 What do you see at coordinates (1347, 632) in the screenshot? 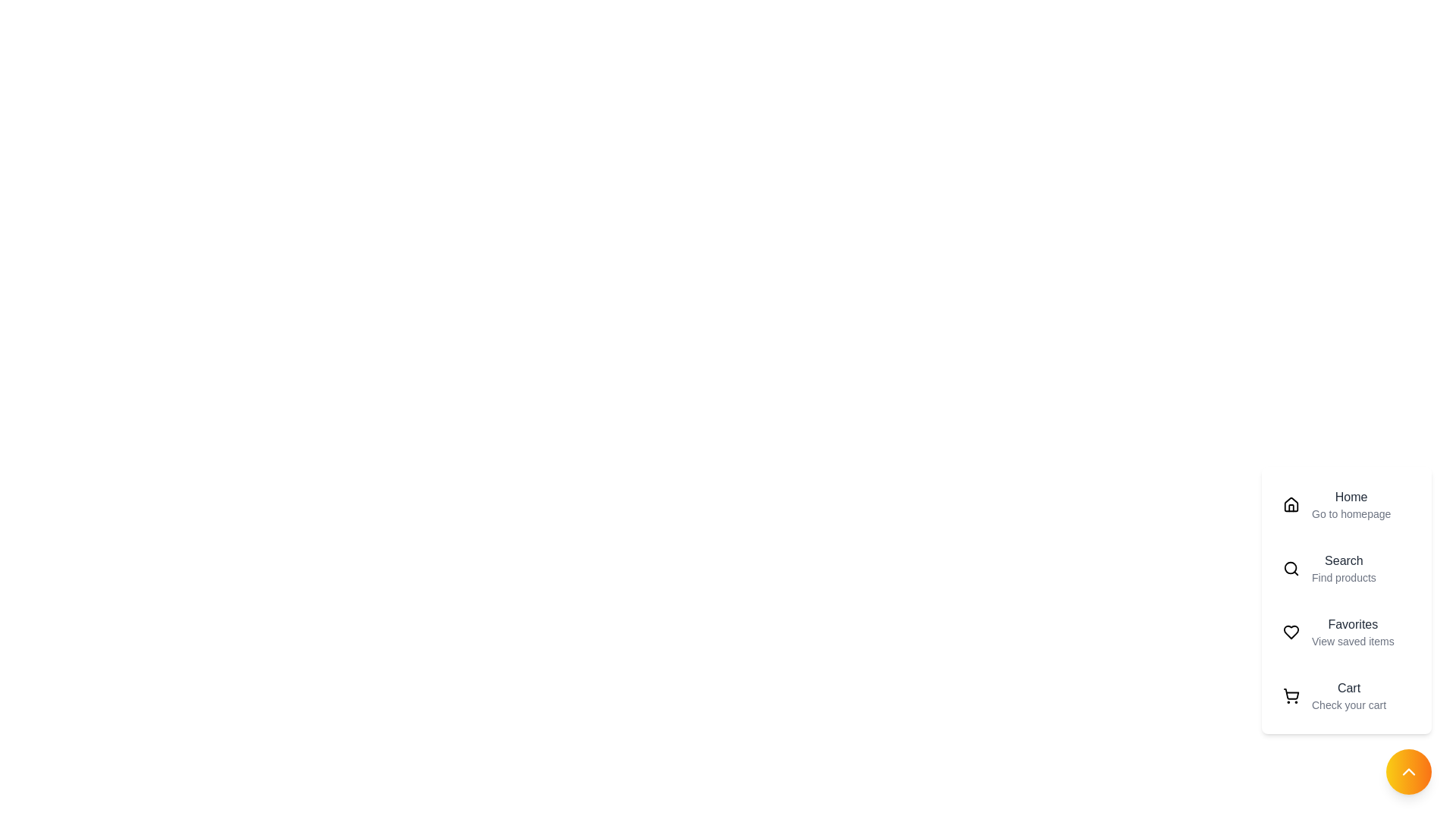
I see `the menu item labeled Favorites to preview its details` at bounding box center [1347, 632].